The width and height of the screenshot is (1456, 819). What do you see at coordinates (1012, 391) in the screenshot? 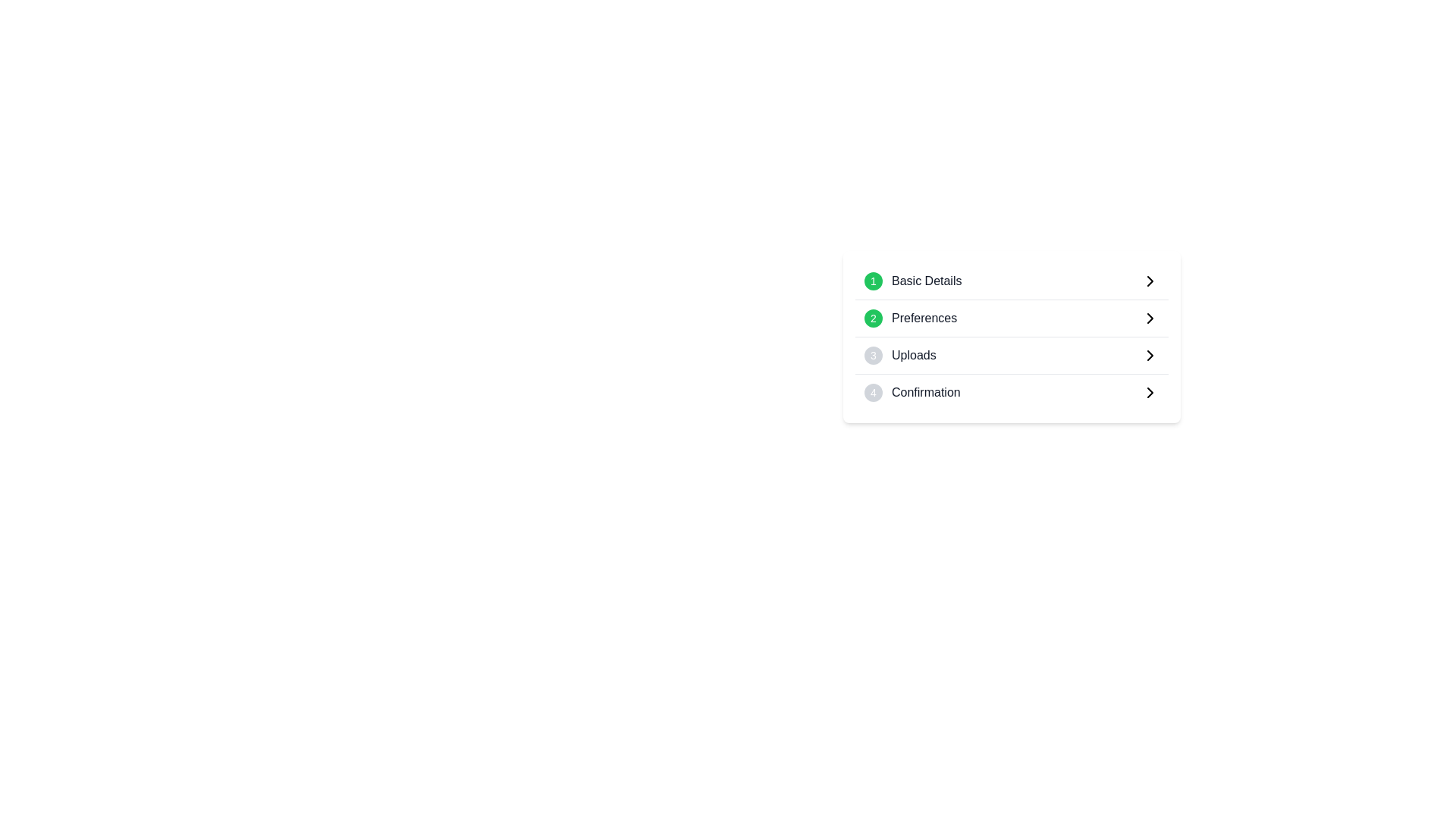
I see `the fourth list item in the navigation process` at bounding box center [1012, 391].